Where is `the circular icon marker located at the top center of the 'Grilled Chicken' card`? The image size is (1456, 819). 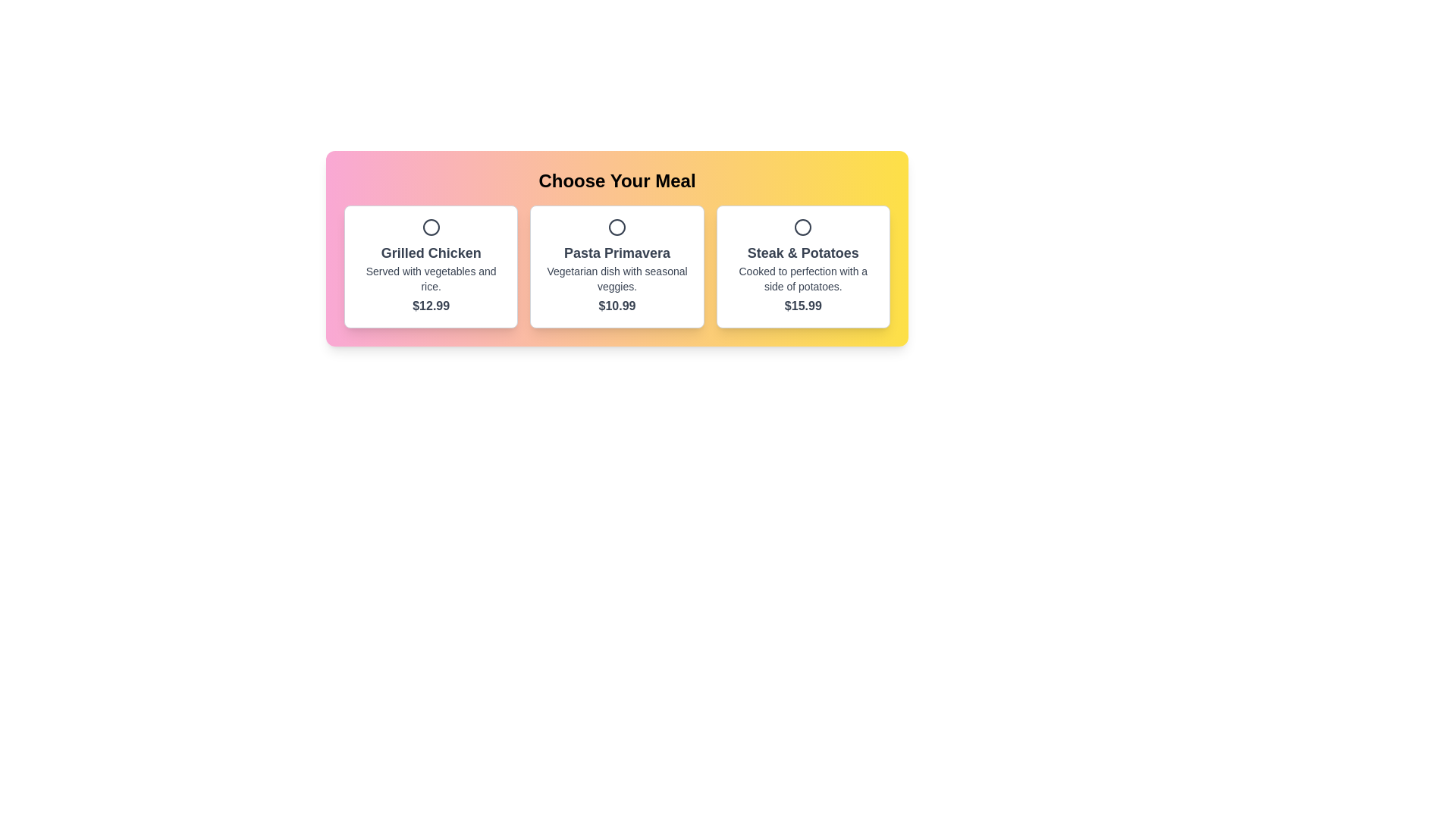 the circular icon marker located at the top center of the 'Grilled Chicken' card is located at coordinates (430, 227).